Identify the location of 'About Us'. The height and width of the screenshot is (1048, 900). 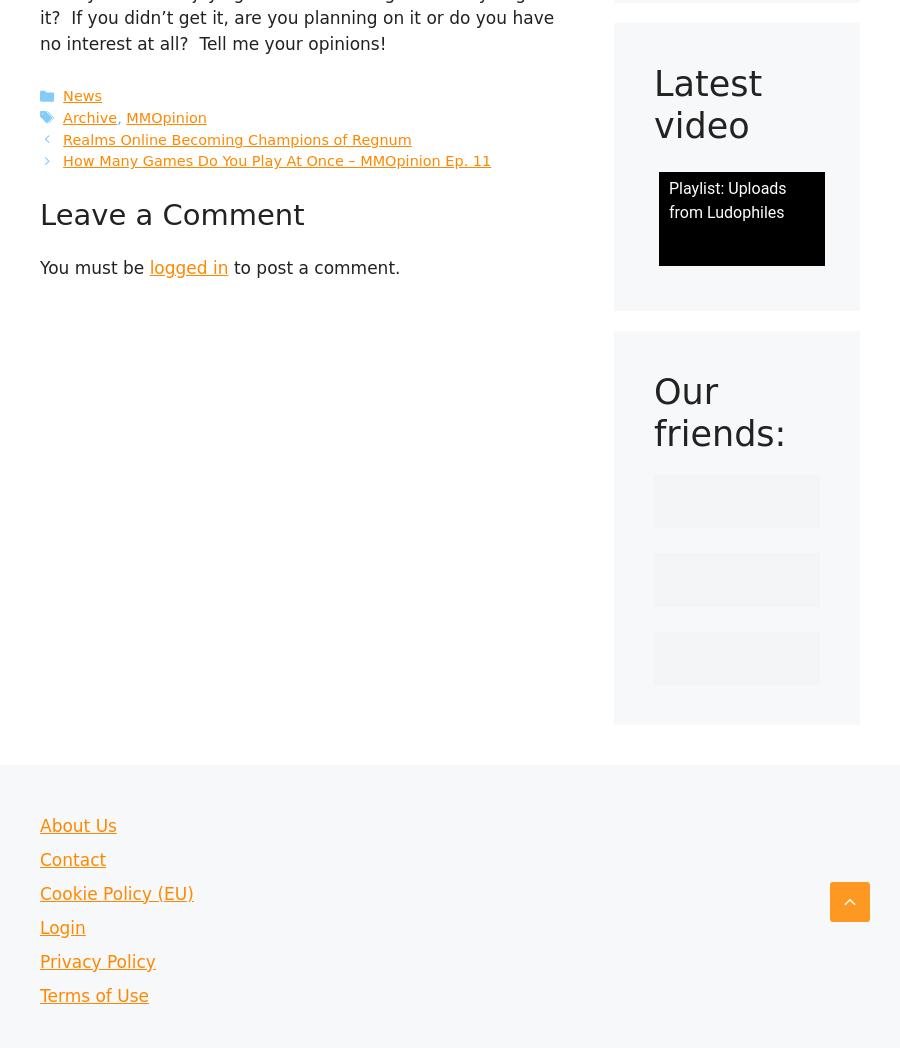
(77, 823).